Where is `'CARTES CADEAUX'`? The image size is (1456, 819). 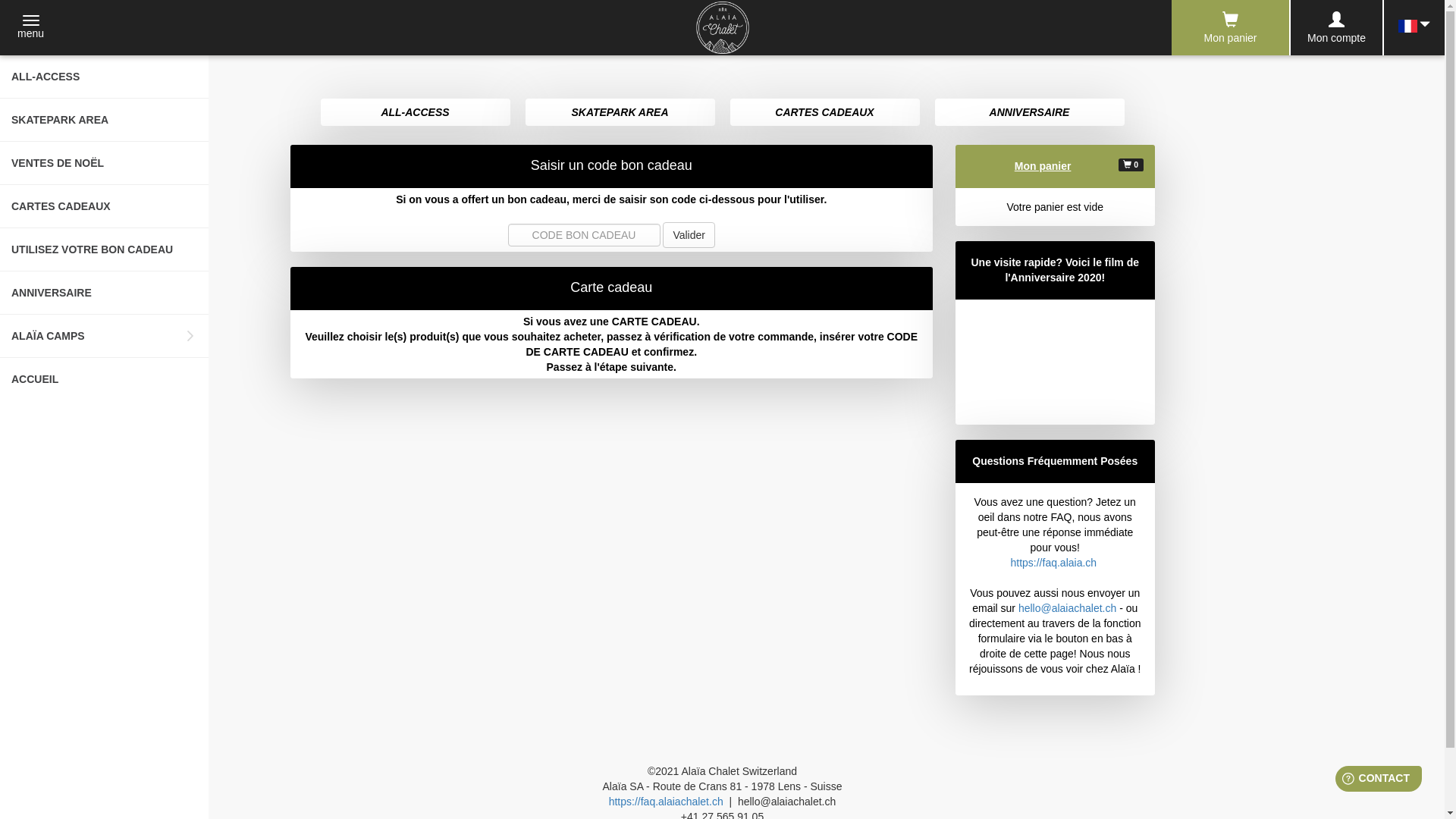 'CARTES CADEAUX' is located at coordinates (823, 111).